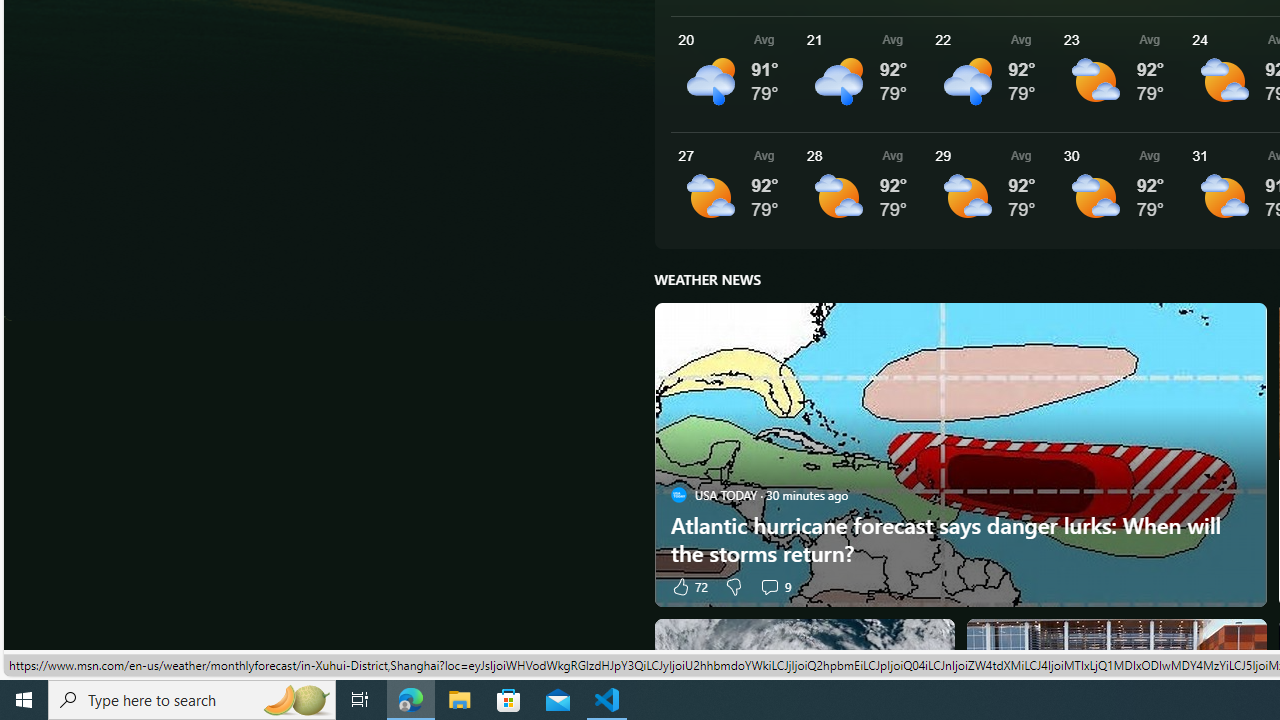 This screenshot has width=1280, height=720. What do you see at coordinates (733, 585) in the screenshot?
I see `'Dislike'` at bounding box center [733, 585].